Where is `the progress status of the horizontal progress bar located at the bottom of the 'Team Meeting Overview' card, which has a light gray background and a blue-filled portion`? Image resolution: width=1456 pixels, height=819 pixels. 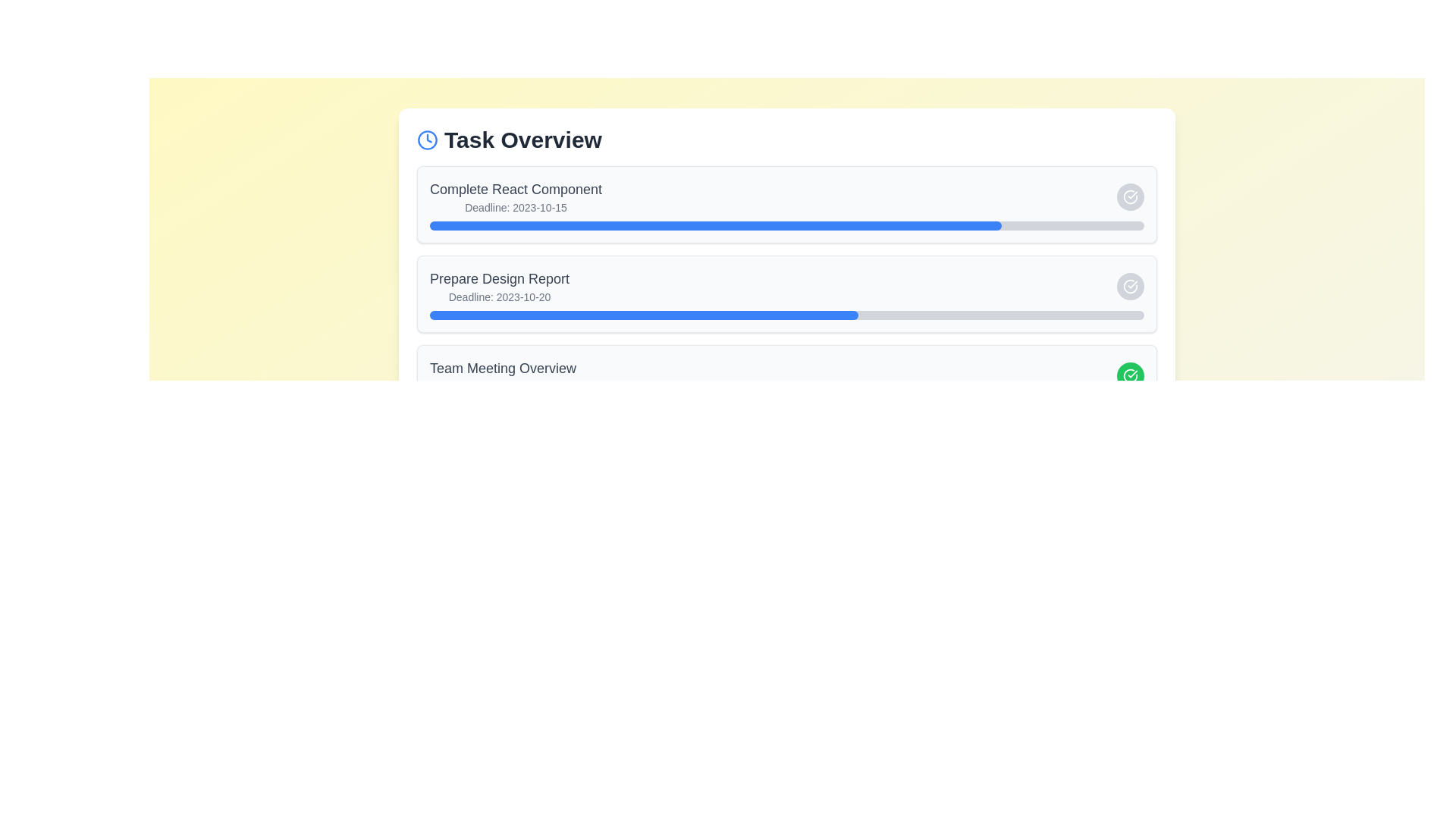 the progress status of the horizontal progress bar located at the bottom of the 'Team Meeting Overview' card, which has a light gray background and a blue-filled portion is located at coordinates (786, 403).